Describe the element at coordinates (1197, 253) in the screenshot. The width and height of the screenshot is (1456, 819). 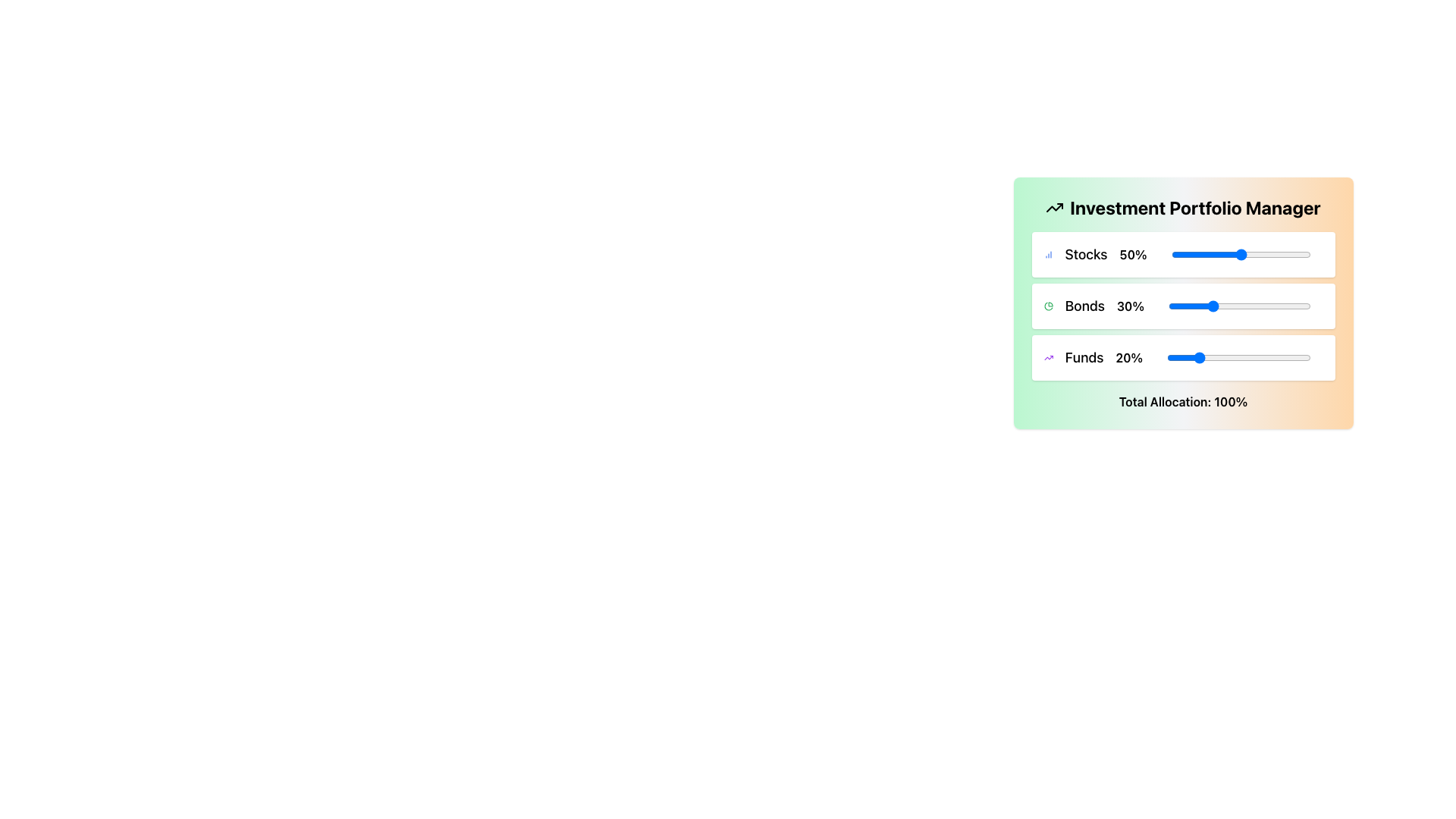
I see `the allocation percentage of the Stocks slider` at that location.